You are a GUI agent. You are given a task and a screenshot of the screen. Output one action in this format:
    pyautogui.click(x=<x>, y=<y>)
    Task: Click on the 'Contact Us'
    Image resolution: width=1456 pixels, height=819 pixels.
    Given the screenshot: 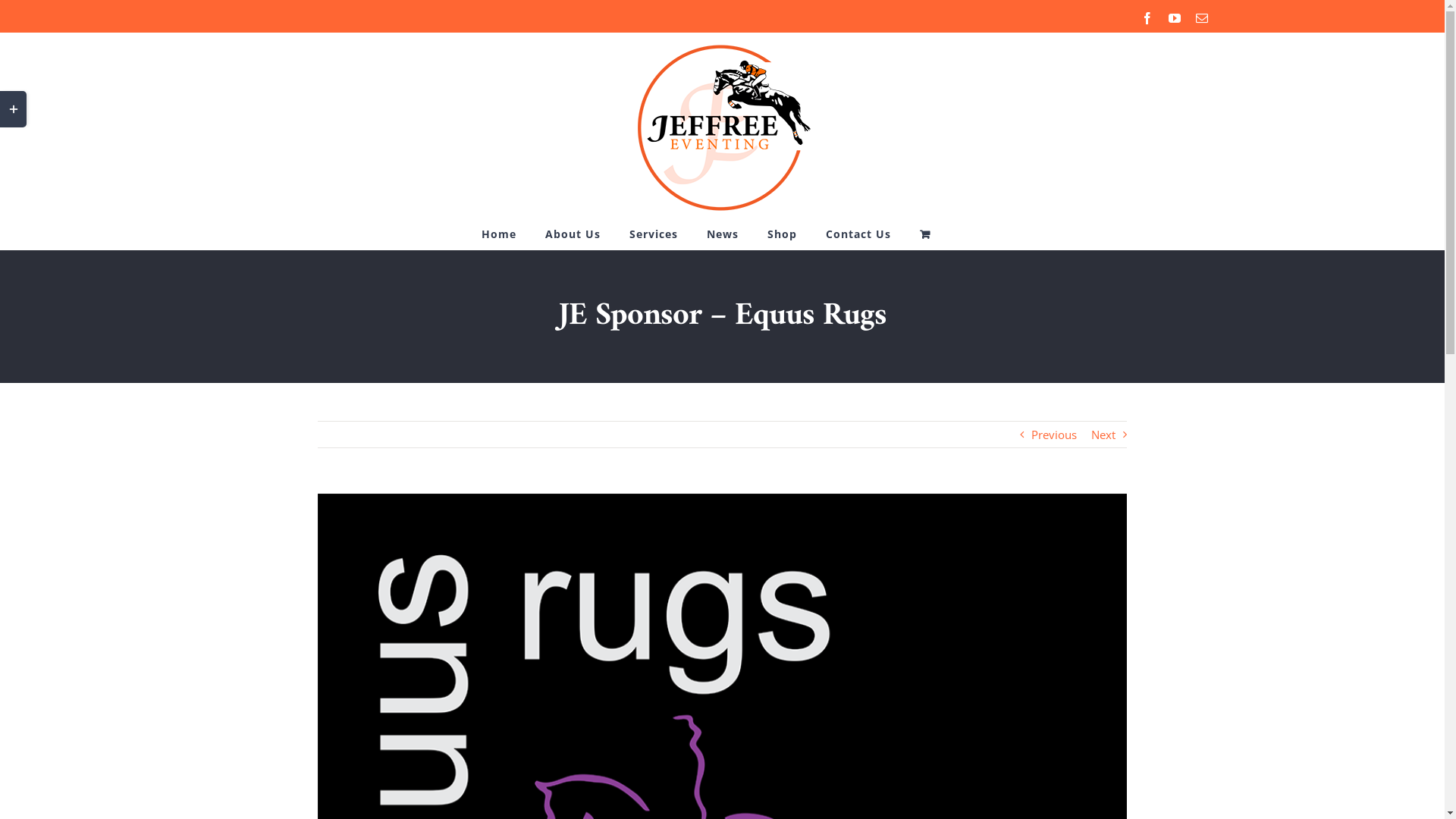 What is the action you would take?
    pyautogui.click(x=858, y=234)
    